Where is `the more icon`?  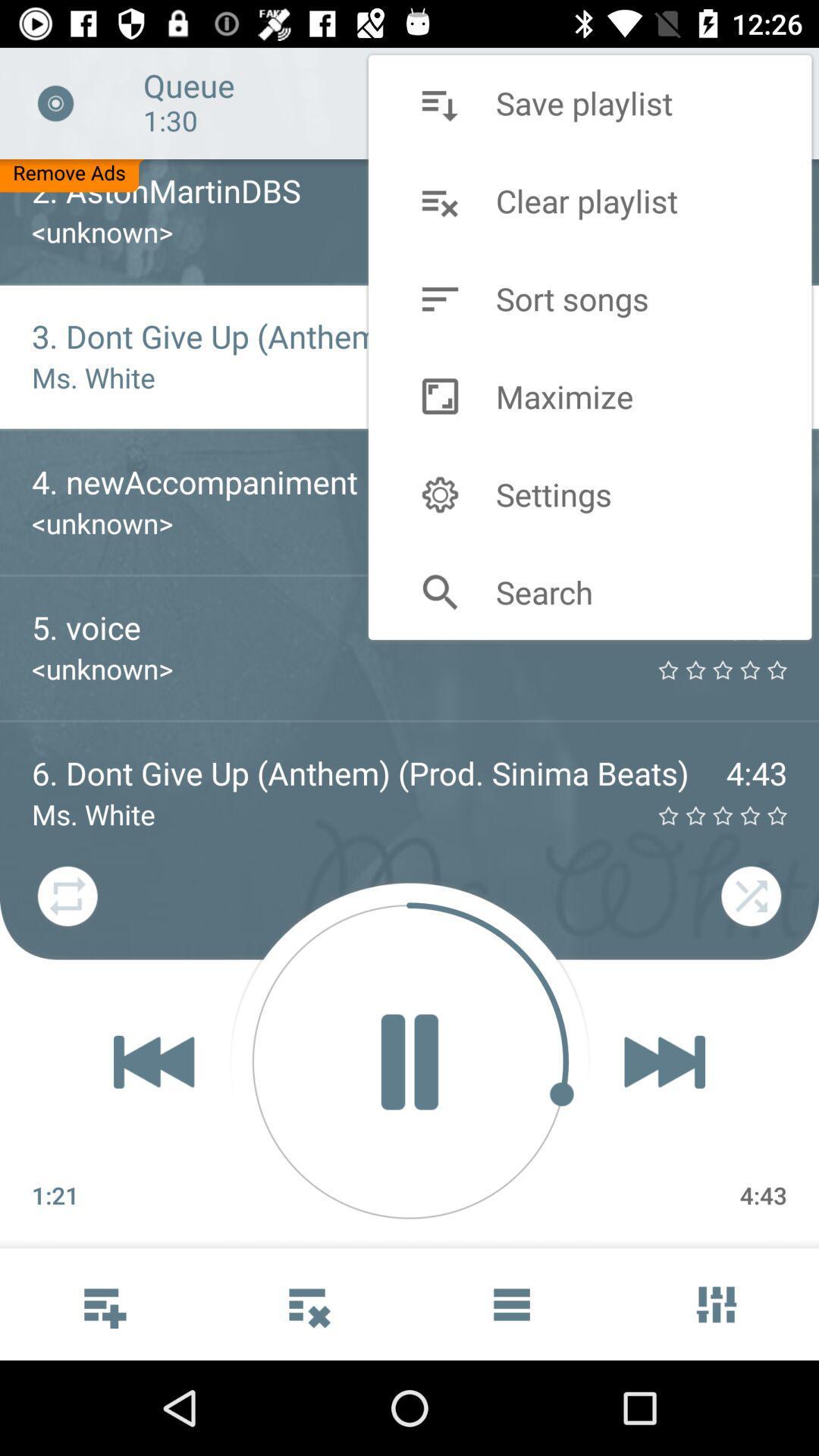 the more icon is located at coordinates (307, 1304).